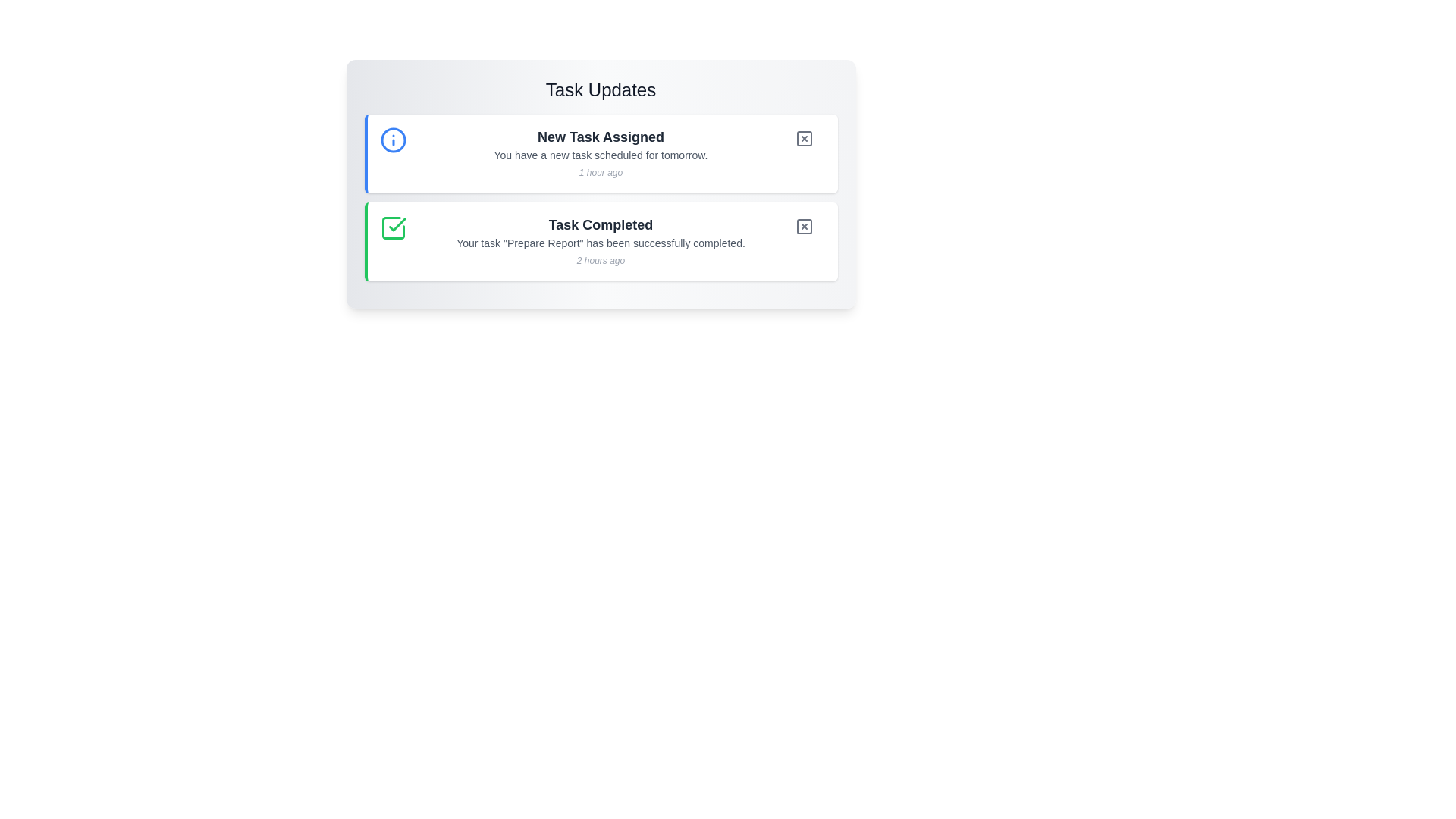  I want to click on the first notification card in the 'Task Updates' section, so click(600, 154).